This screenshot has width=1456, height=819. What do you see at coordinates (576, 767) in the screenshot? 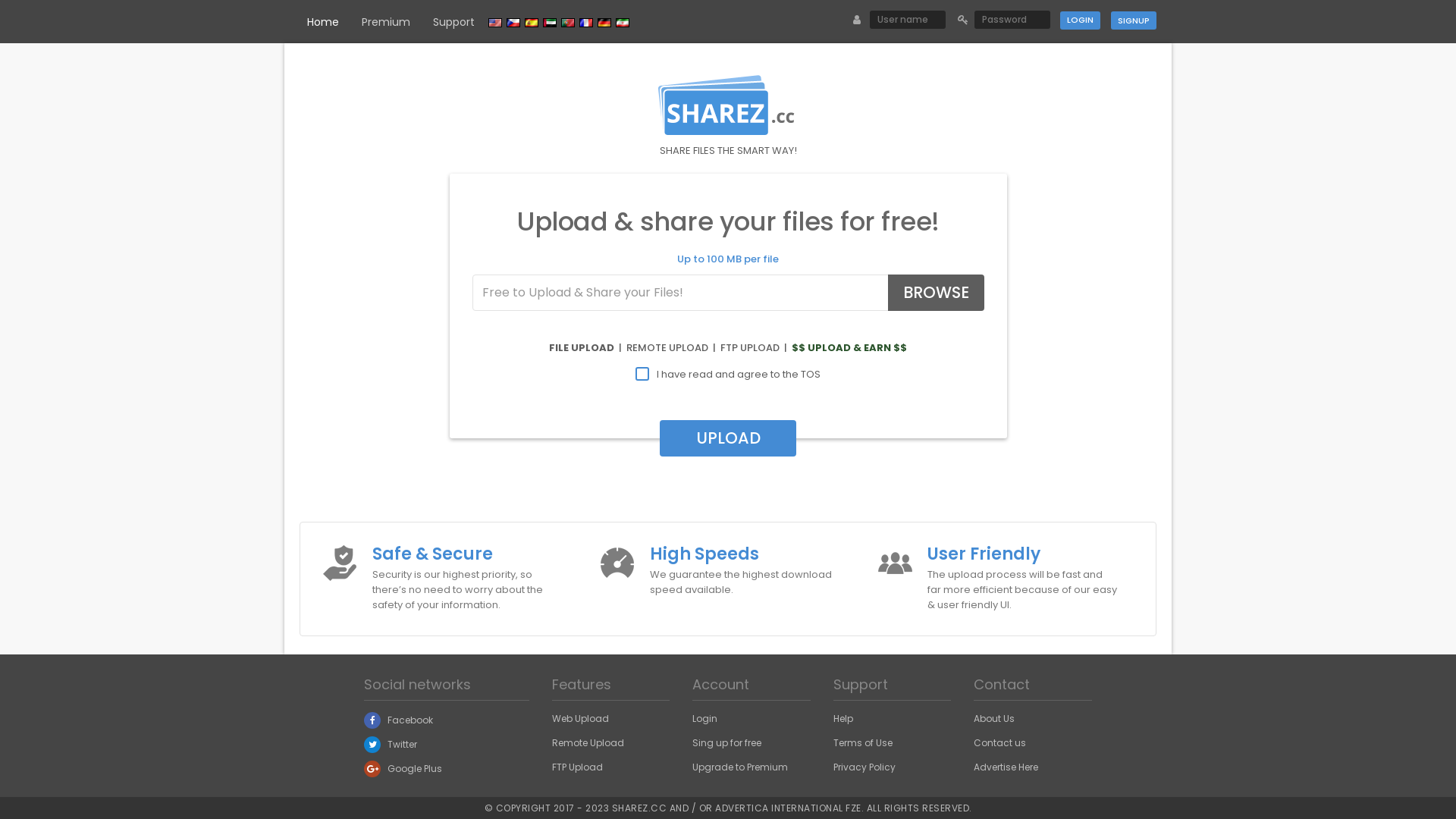
I see `'FTP Upload'` at bounding box center [576, 767].